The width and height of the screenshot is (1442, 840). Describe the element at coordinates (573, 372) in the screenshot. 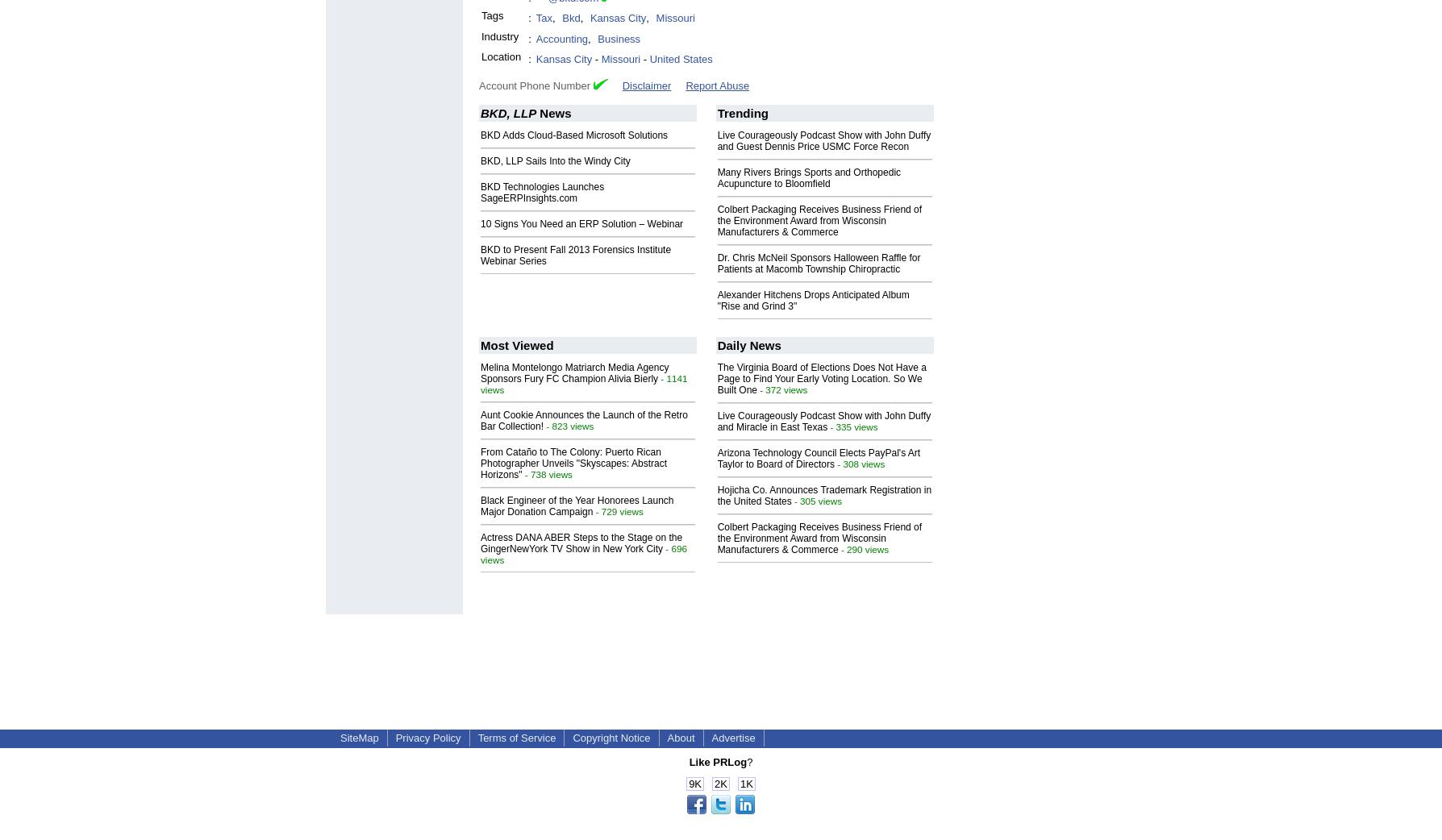

I see `'Melina Montelongo Matriarch Media Agency Sponsors Fury FC Champion Alivia Bierly'` at that location.